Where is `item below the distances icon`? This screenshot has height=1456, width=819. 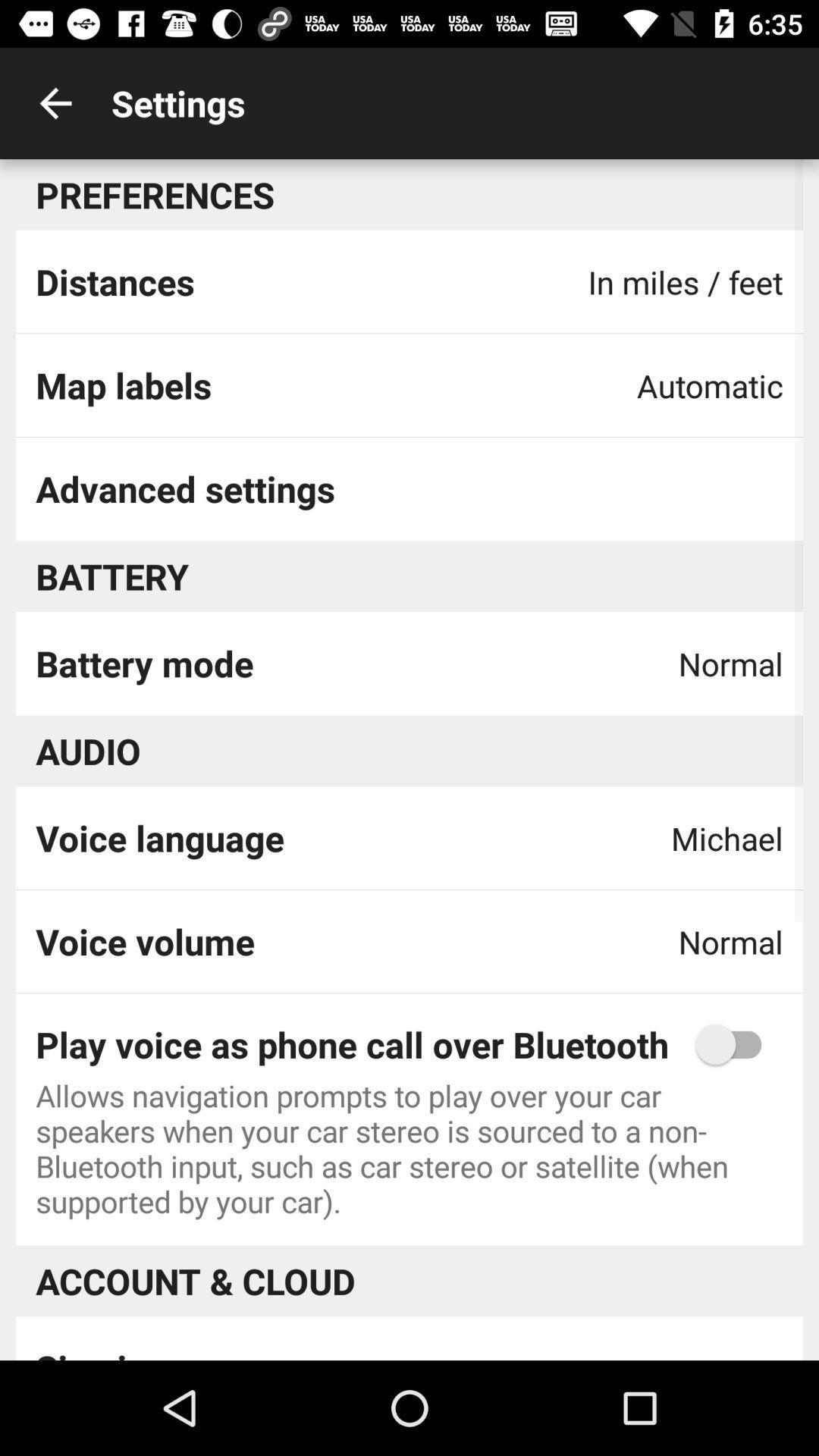
item below the distances icon is located at coordinates (123, 385).